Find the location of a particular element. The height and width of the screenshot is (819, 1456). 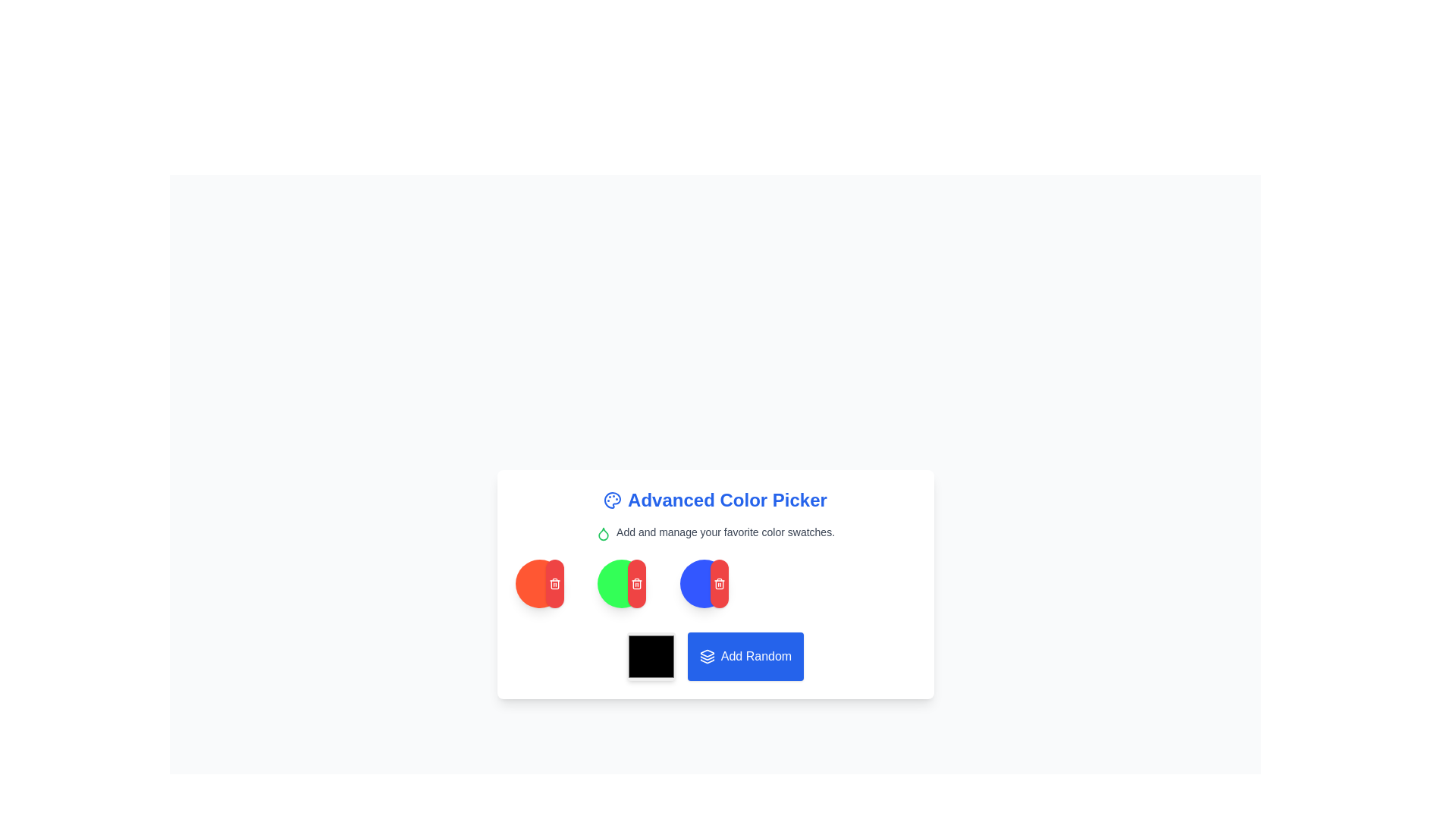

the circular graphical element resembling a palette symbol, located above the 'Advanced Color Picker' label and to the left of the text is located at coordinates (613, 500).